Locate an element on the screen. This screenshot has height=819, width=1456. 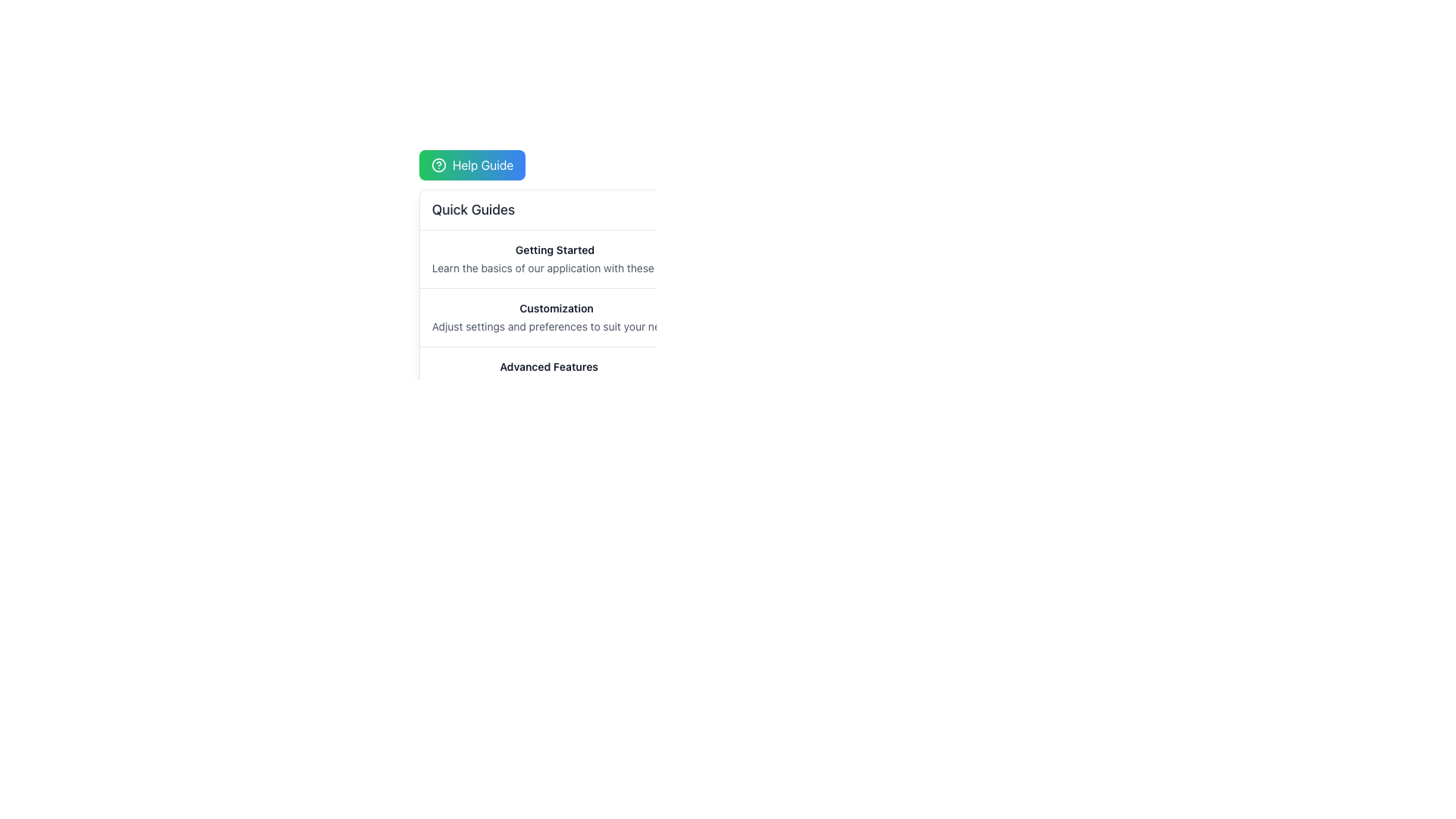
the second informational item in the list under the 'Quick Guides' section, which provides guidance on customization options is located at coordinates (563, 316).